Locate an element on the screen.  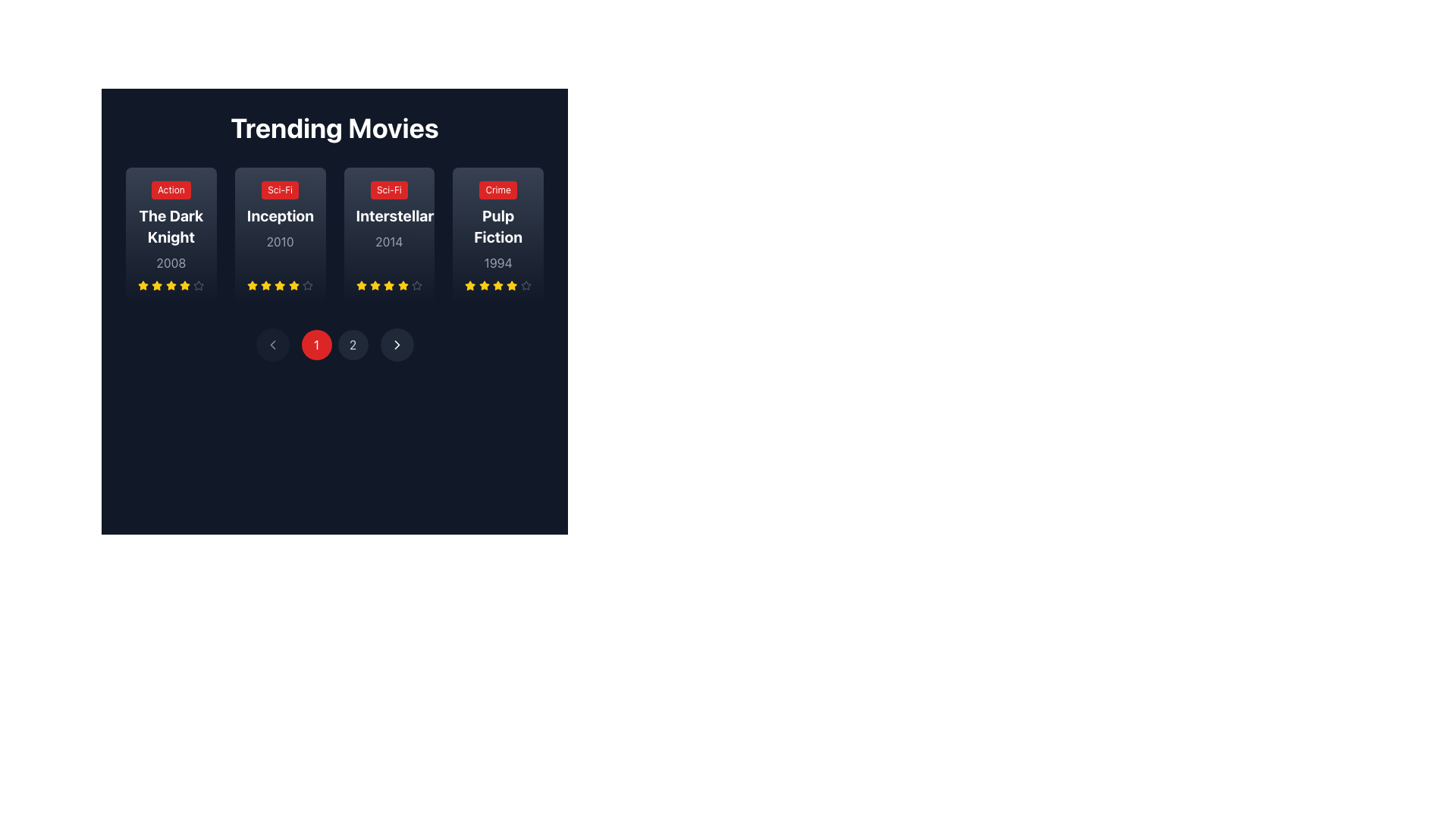
the 'Interstellar' movie list item in the 'Trending Movies' section is located at coordinates (389, 215).